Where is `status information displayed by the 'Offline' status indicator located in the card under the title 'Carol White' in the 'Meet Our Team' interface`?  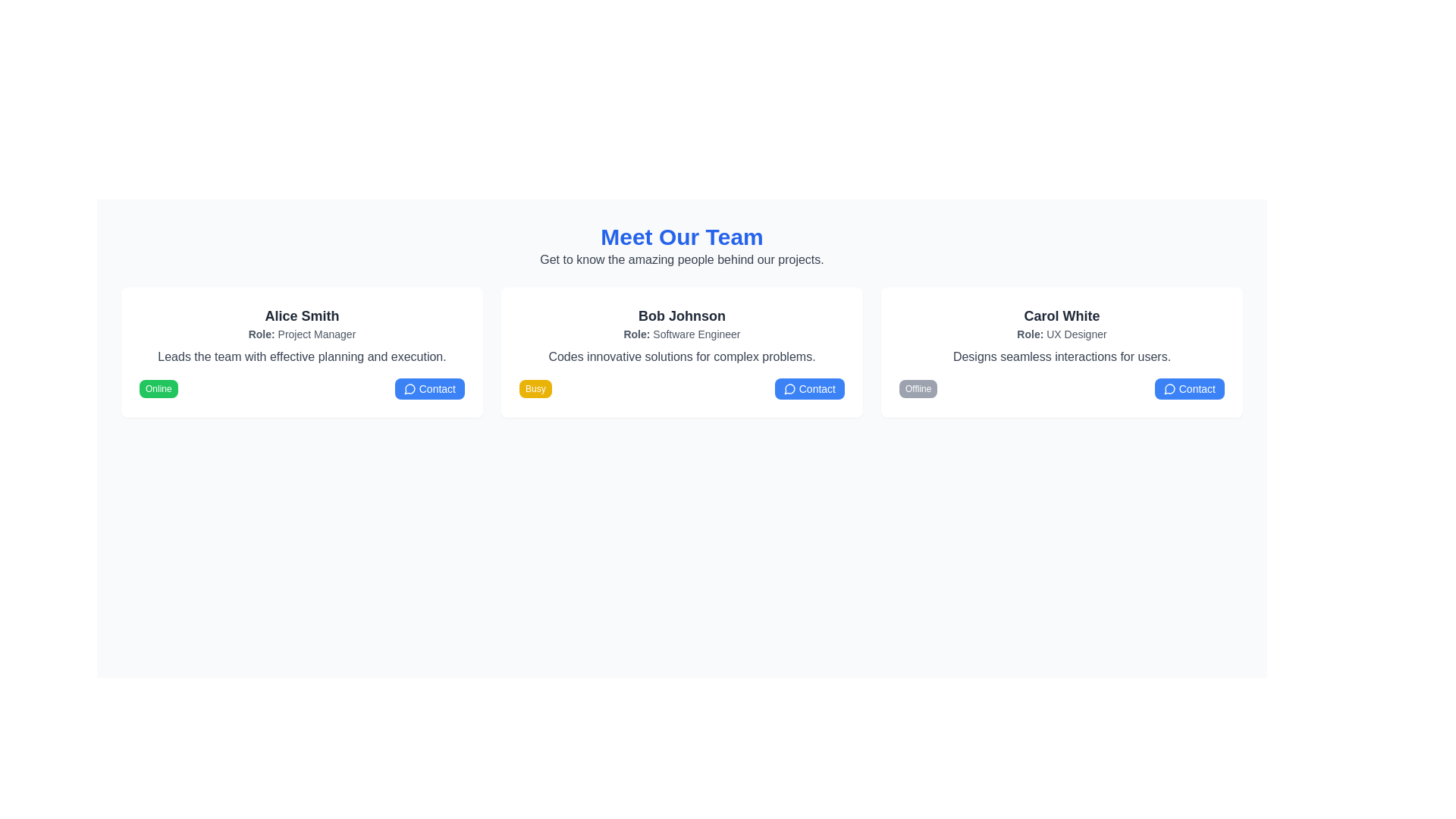 status information displayed by the 'Offline' status indicator located in the card under the title 'Carol White' in the 'Meet Our Team' interface is located at coordinates (918, 388).